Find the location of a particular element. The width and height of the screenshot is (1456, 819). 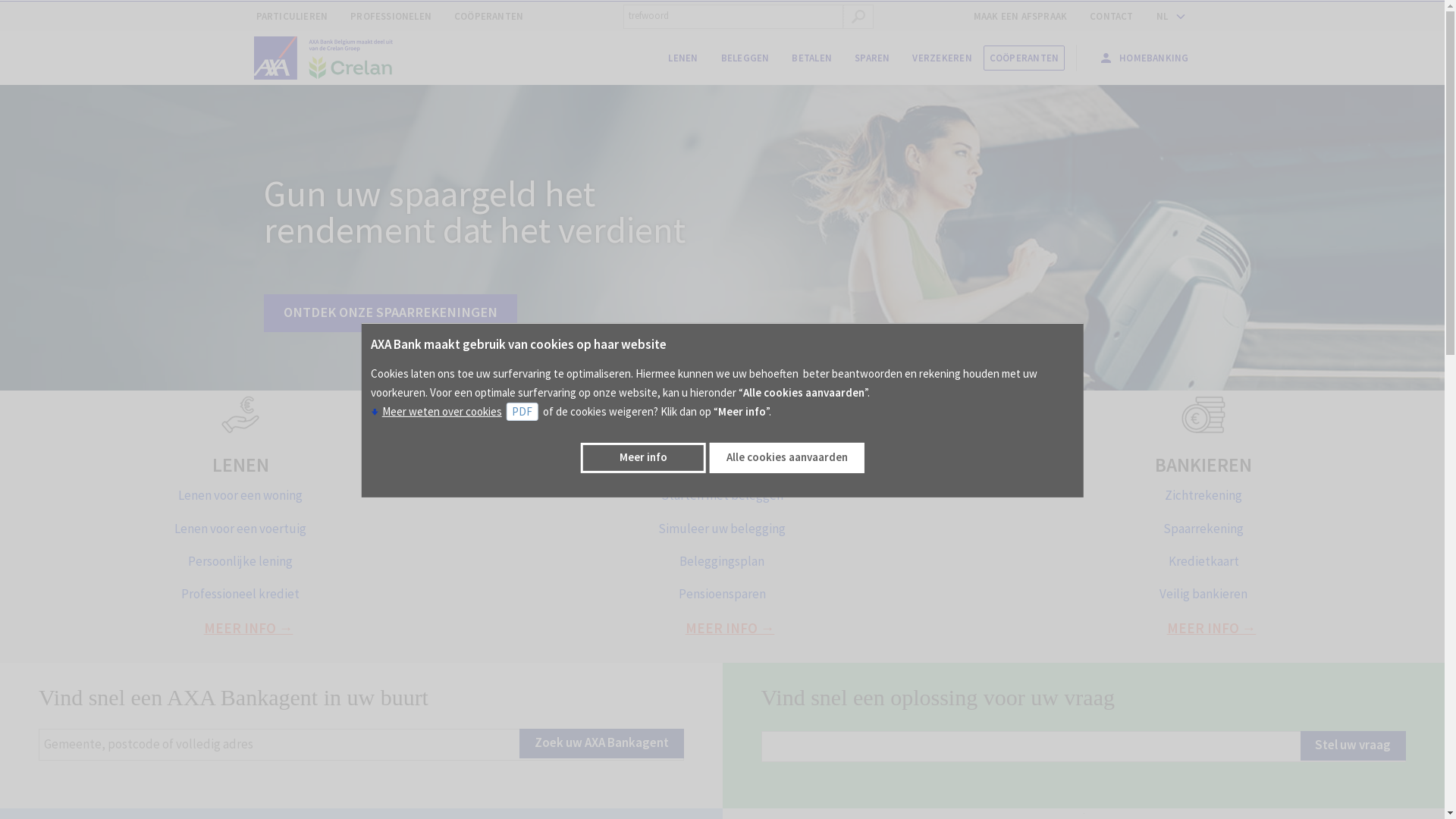

'Zoek uw AXA Bankagent' is located at coordinates (519, 742).